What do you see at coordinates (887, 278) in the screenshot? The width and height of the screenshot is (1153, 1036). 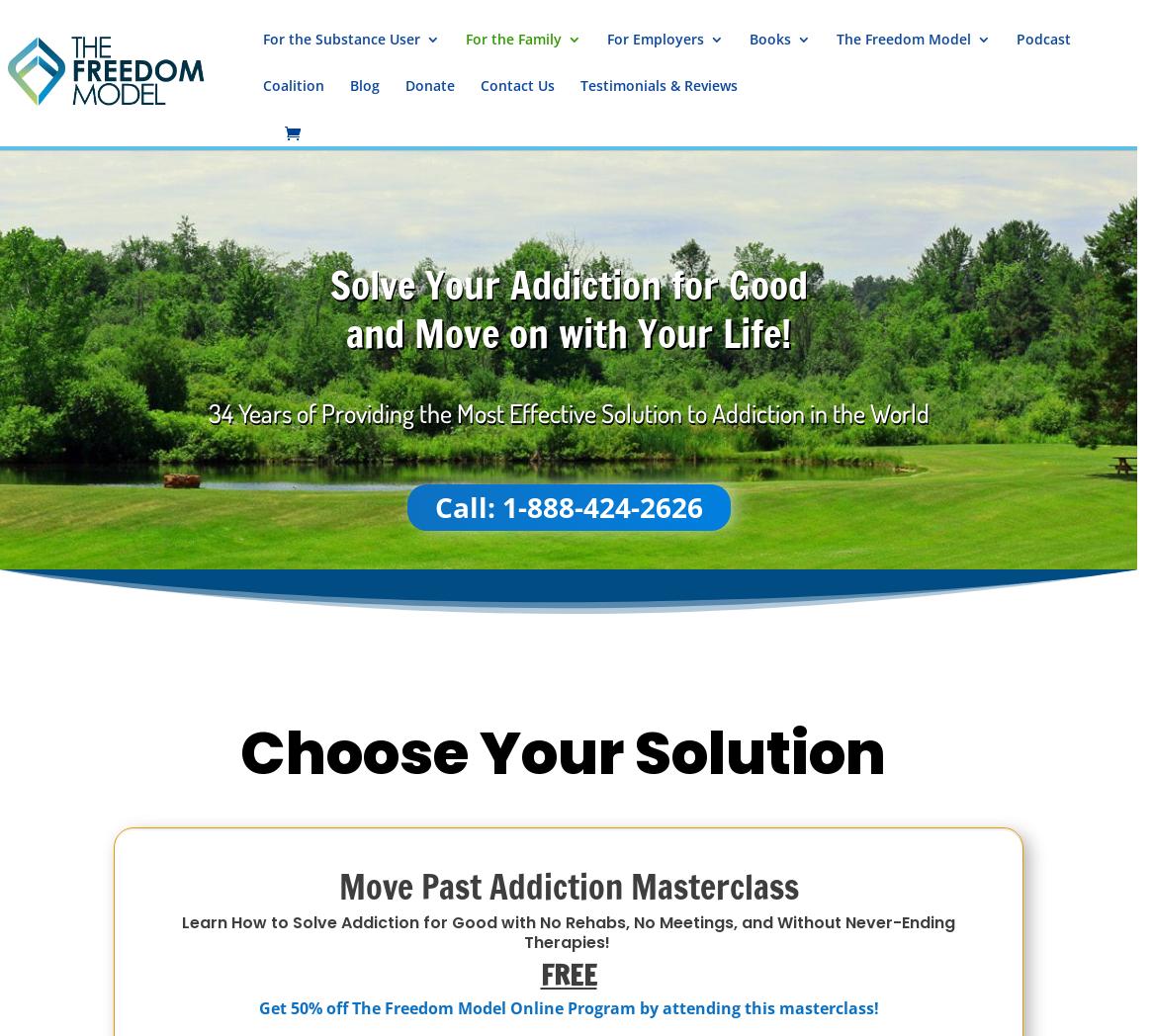 I see `'Freedom Model FREE E-Books'` at bounding box center [887, 278].